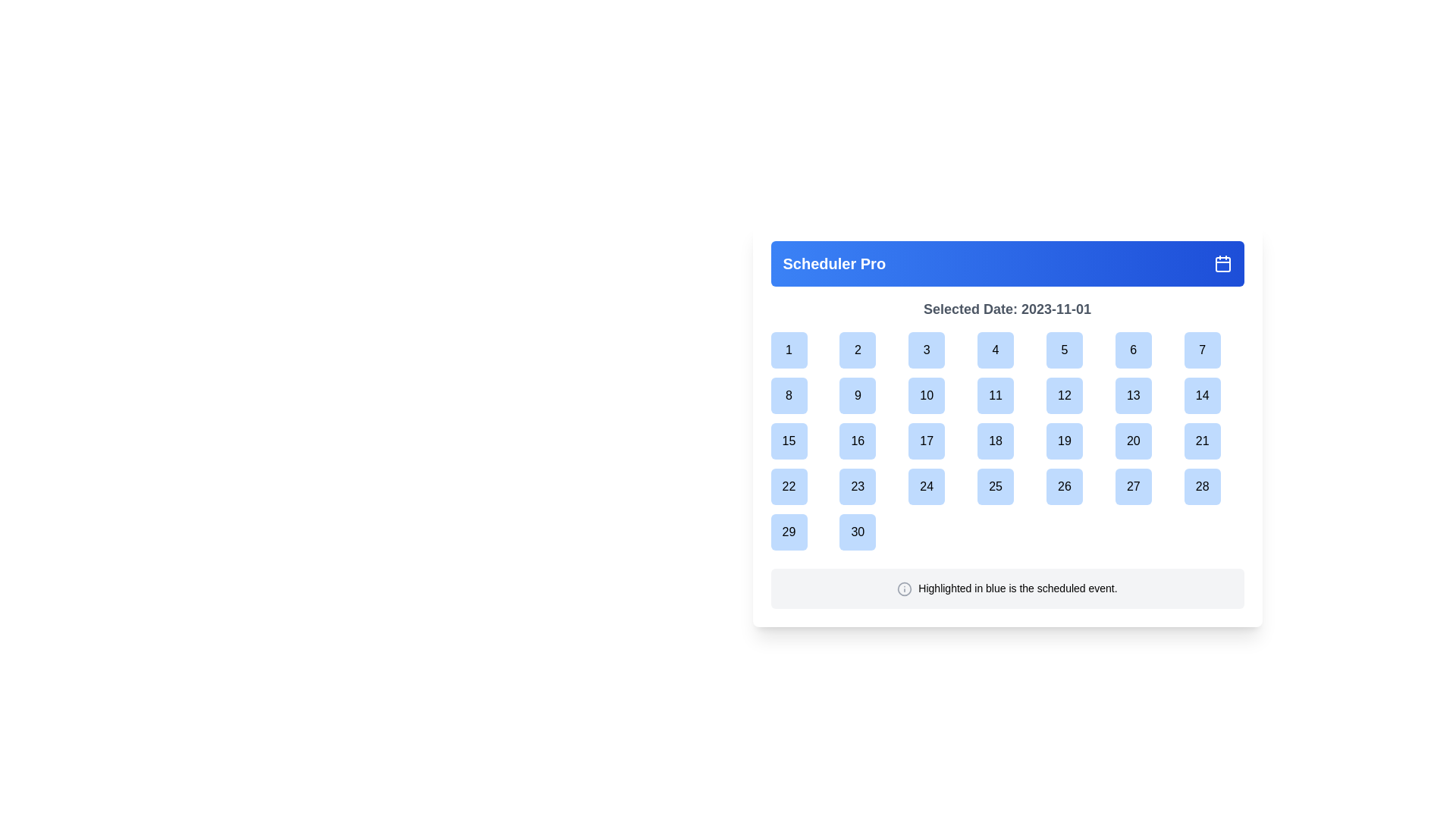 This screenshot has height=819, width=1456. Describe the element at coordinates (858, 486) in the screenshot. I see `the button representing the 23rd day in the calendar interface` at that location.